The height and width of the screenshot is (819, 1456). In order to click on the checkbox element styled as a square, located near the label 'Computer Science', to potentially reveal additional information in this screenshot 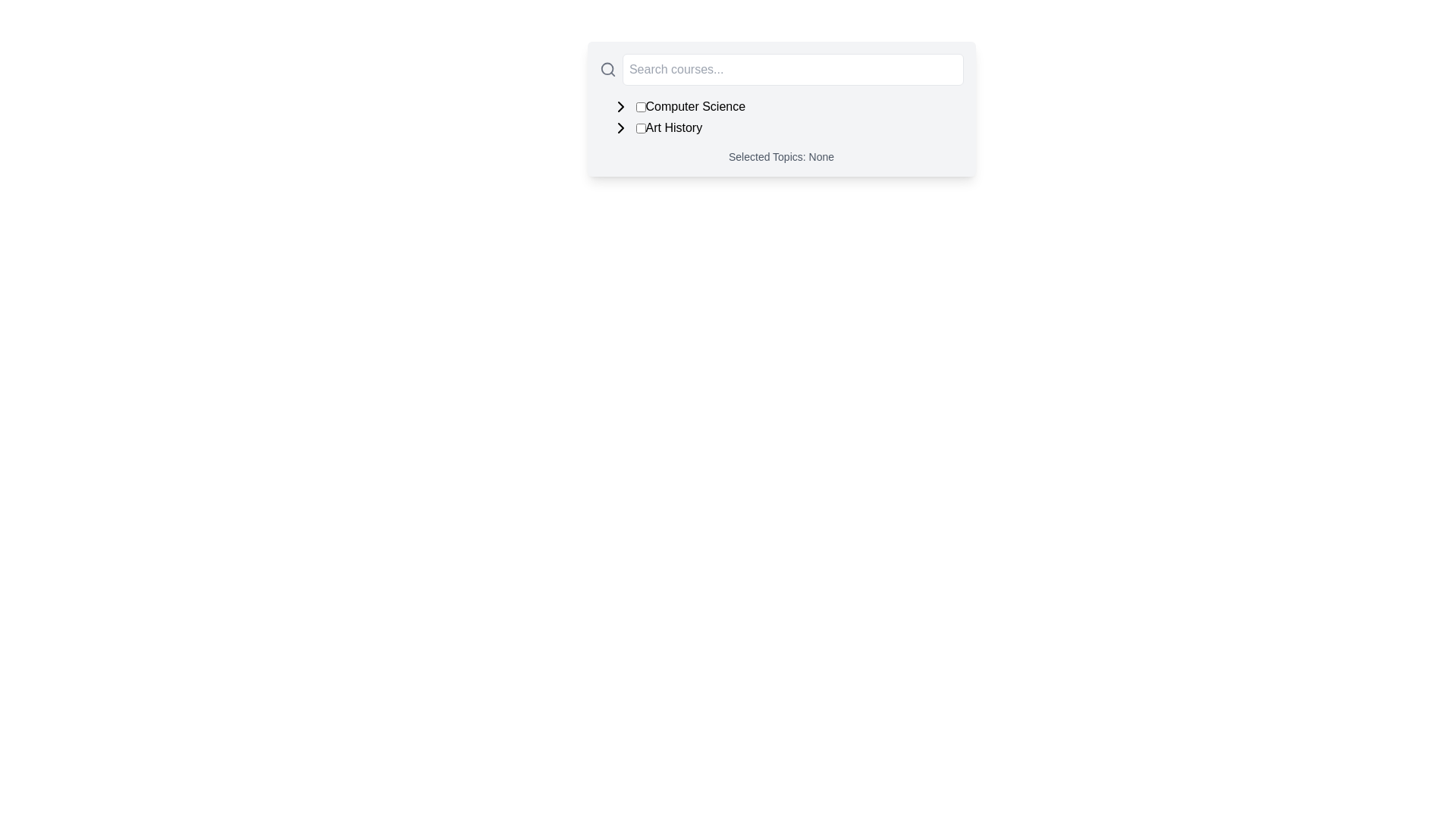, I will do `click(640, 106)`.